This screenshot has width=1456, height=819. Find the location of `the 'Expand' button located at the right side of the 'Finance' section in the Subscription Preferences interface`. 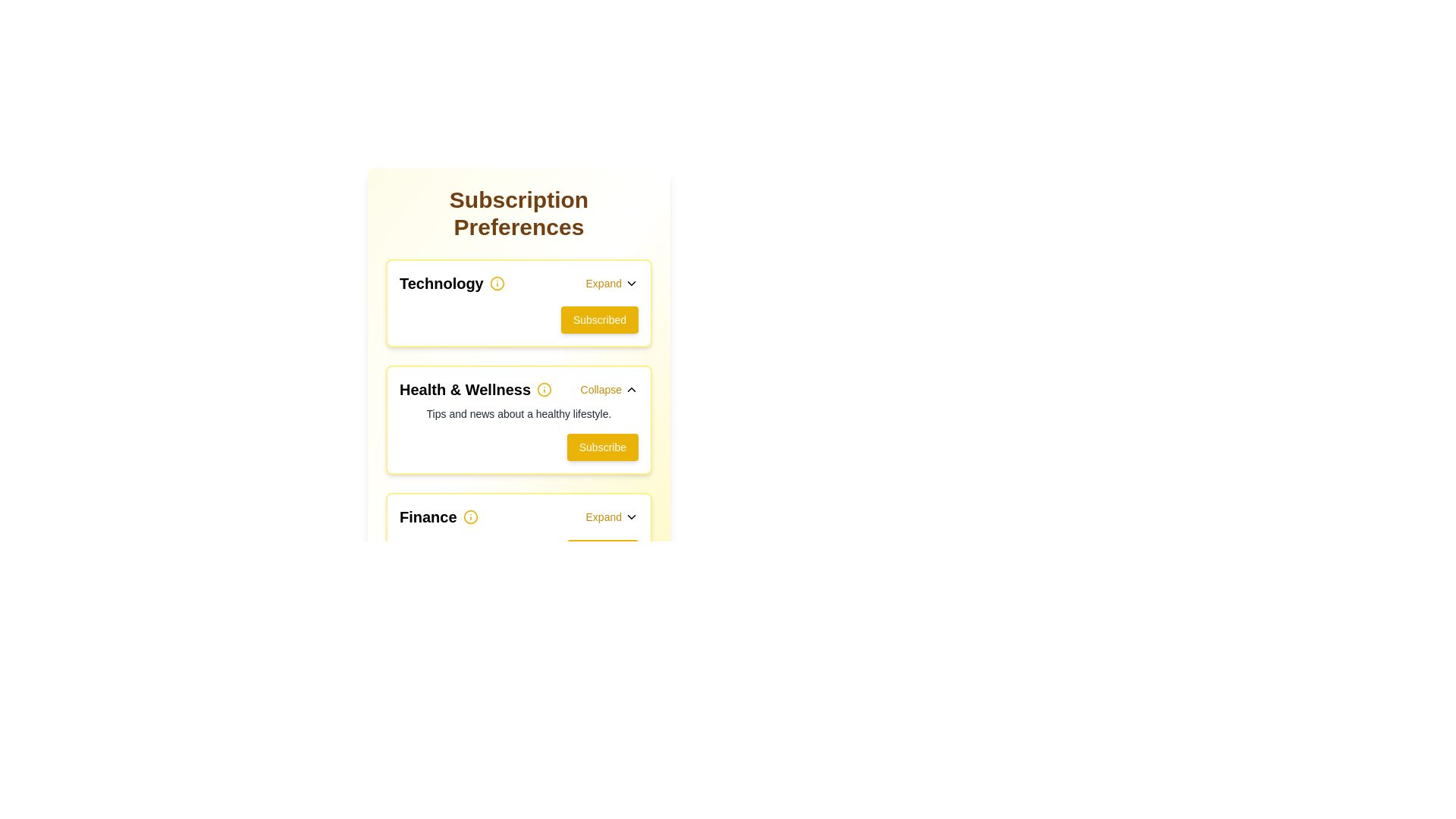

the 'Expand' button located at the right side of the 'Finance' section in the Subscription Preferences interface is located at coordinates (611, 516).